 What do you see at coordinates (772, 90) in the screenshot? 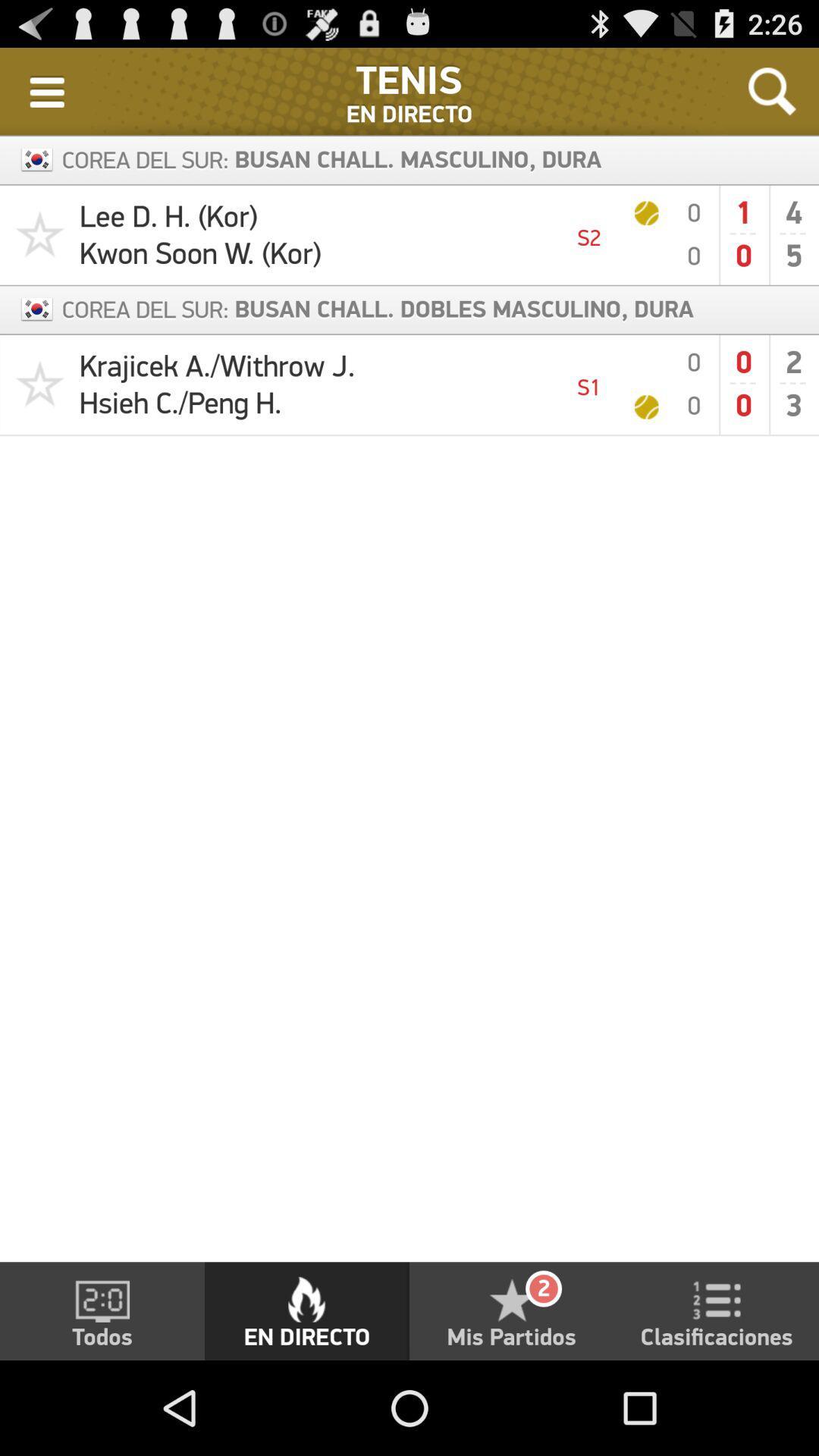
I see `the icon next to busan chall masculino item` at bounding box center [772, 90].